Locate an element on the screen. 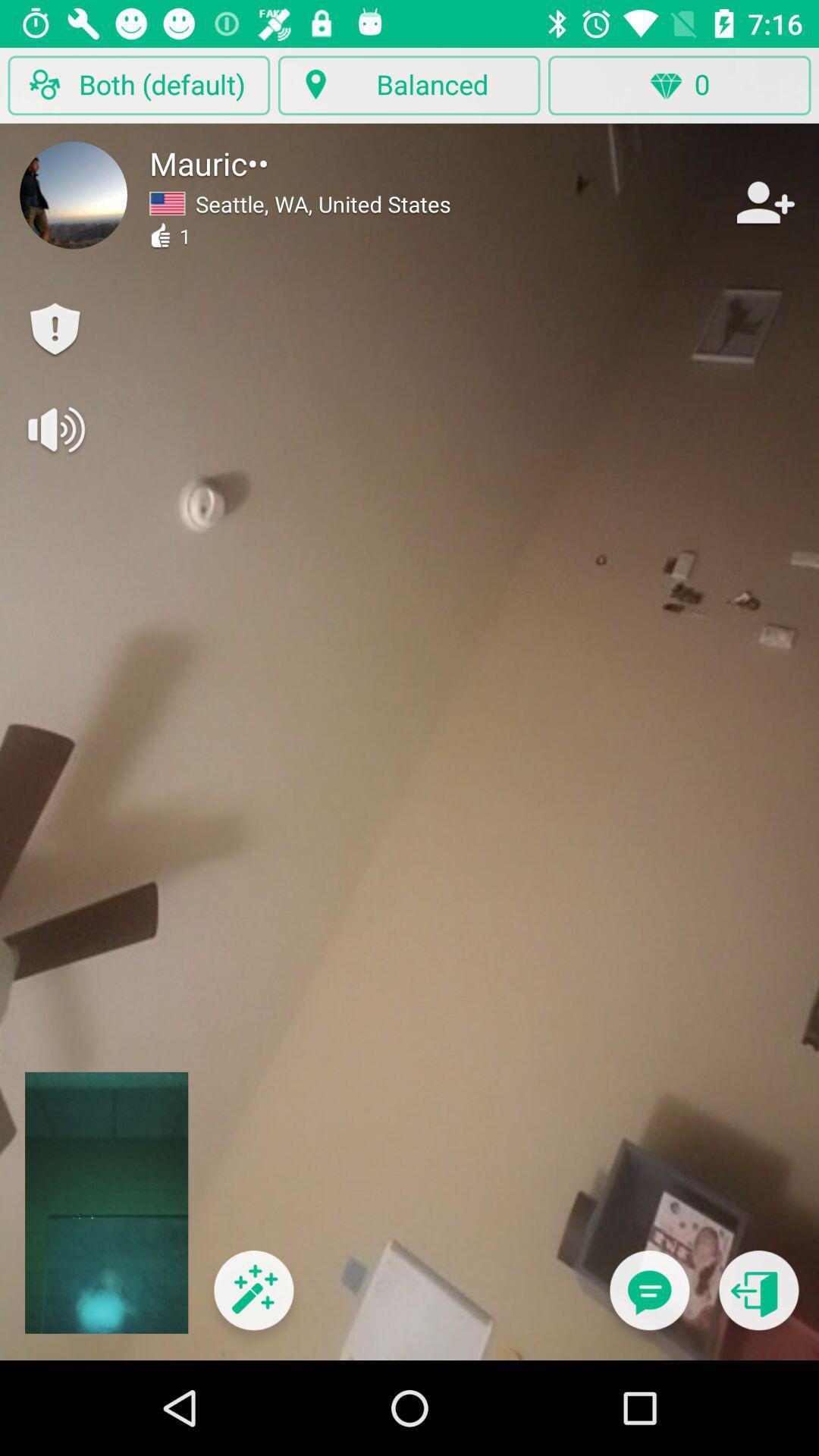 This screenshot has width=819, height=1456. the bottom right symbol is located at coordinates (759, 1299).